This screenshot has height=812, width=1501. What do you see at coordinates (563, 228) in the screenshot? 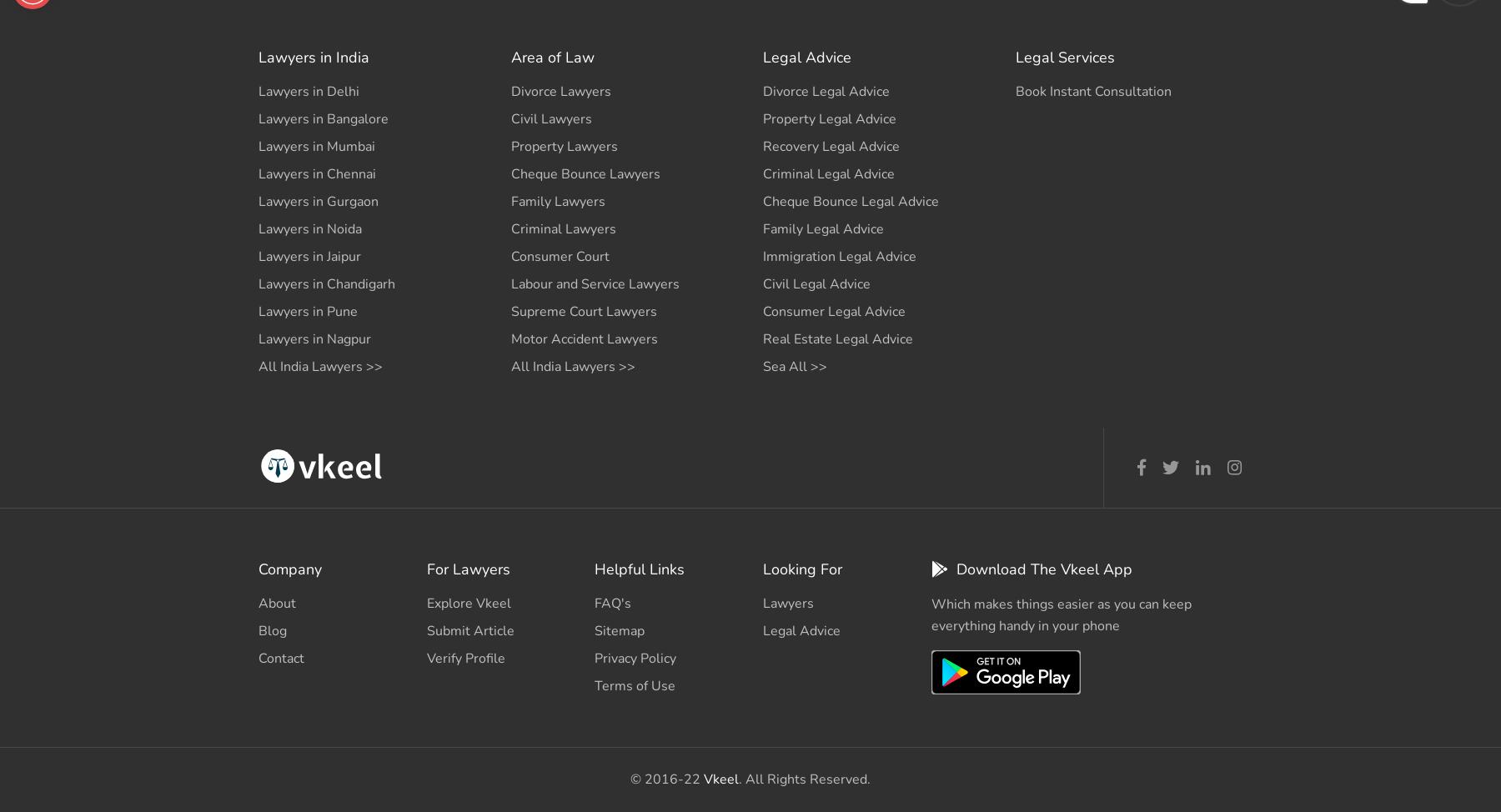
I see `'Criminal Lawyers'` at bounding box center [563, 228].